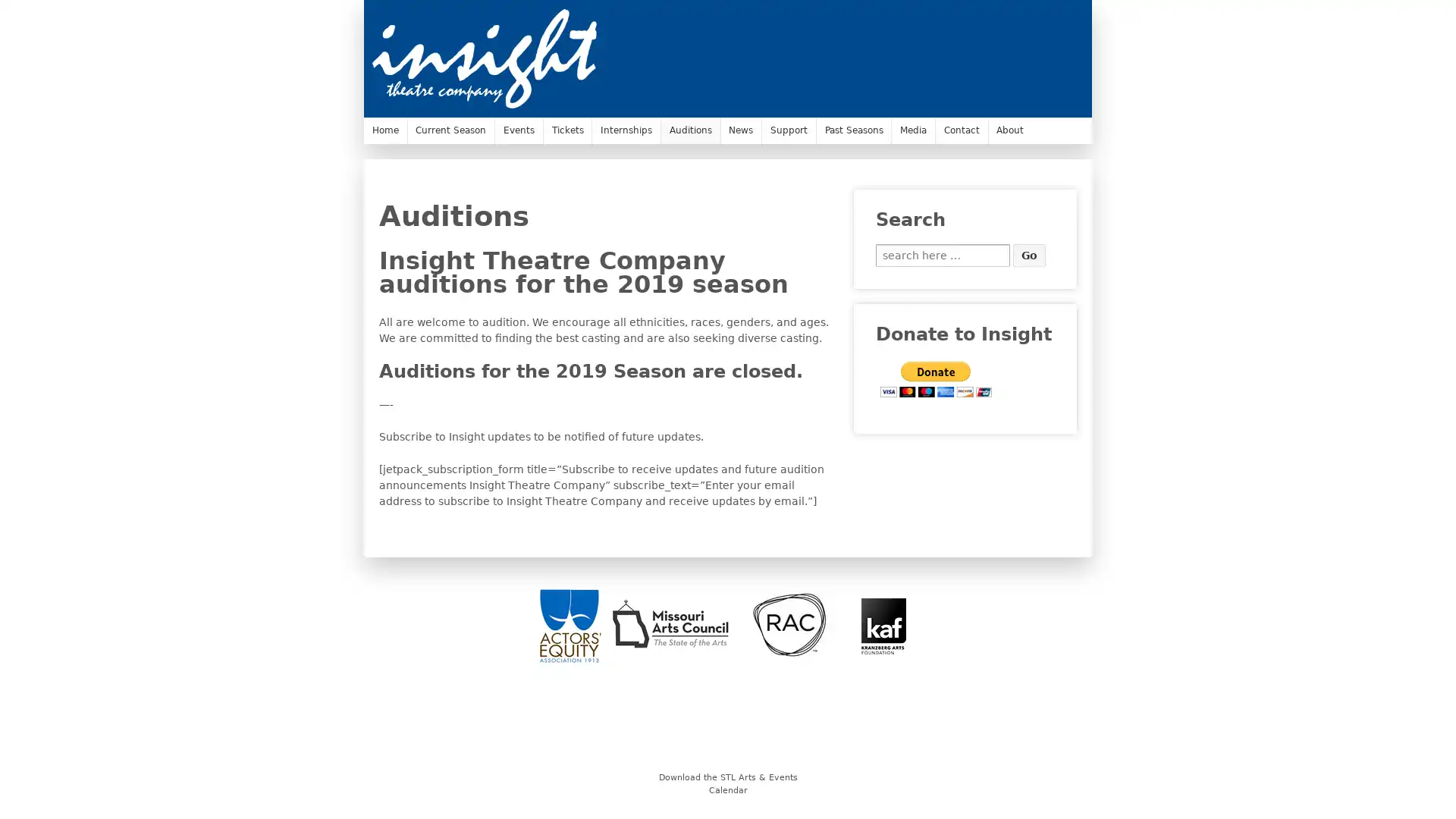 This screenshot has width=1456, height=819. What do you see at coordinates (1029, 254) in the screenshot?
I see `Go` at bounding box center [1029, 254].